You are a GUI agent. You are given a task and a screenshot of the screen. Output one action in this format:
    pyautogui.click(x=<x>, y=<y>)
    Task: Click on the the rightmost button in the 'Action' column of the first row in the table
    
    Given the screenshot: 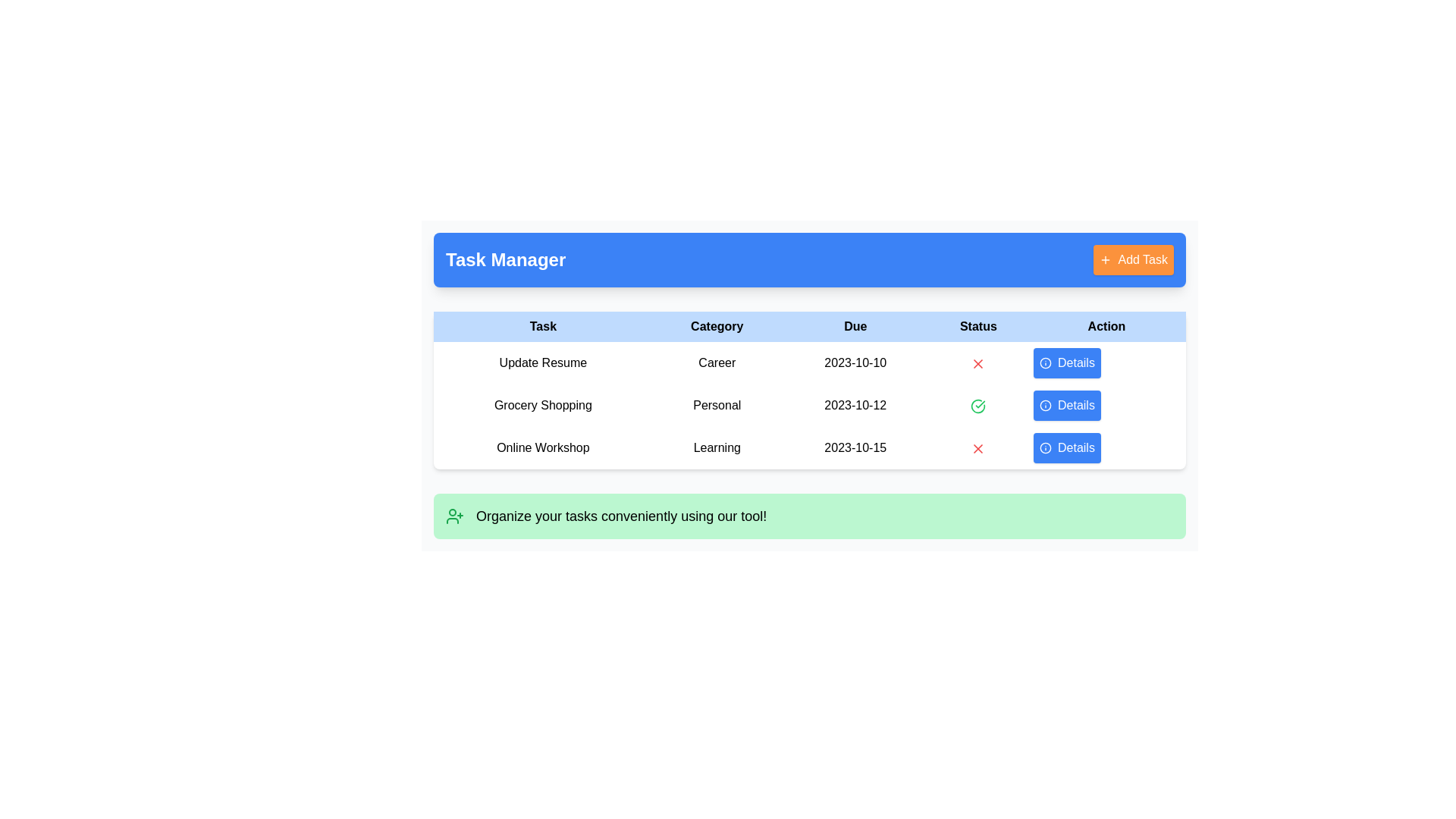 What is the action you would take?
    pyautogui.click(x=1106, y=362)
    